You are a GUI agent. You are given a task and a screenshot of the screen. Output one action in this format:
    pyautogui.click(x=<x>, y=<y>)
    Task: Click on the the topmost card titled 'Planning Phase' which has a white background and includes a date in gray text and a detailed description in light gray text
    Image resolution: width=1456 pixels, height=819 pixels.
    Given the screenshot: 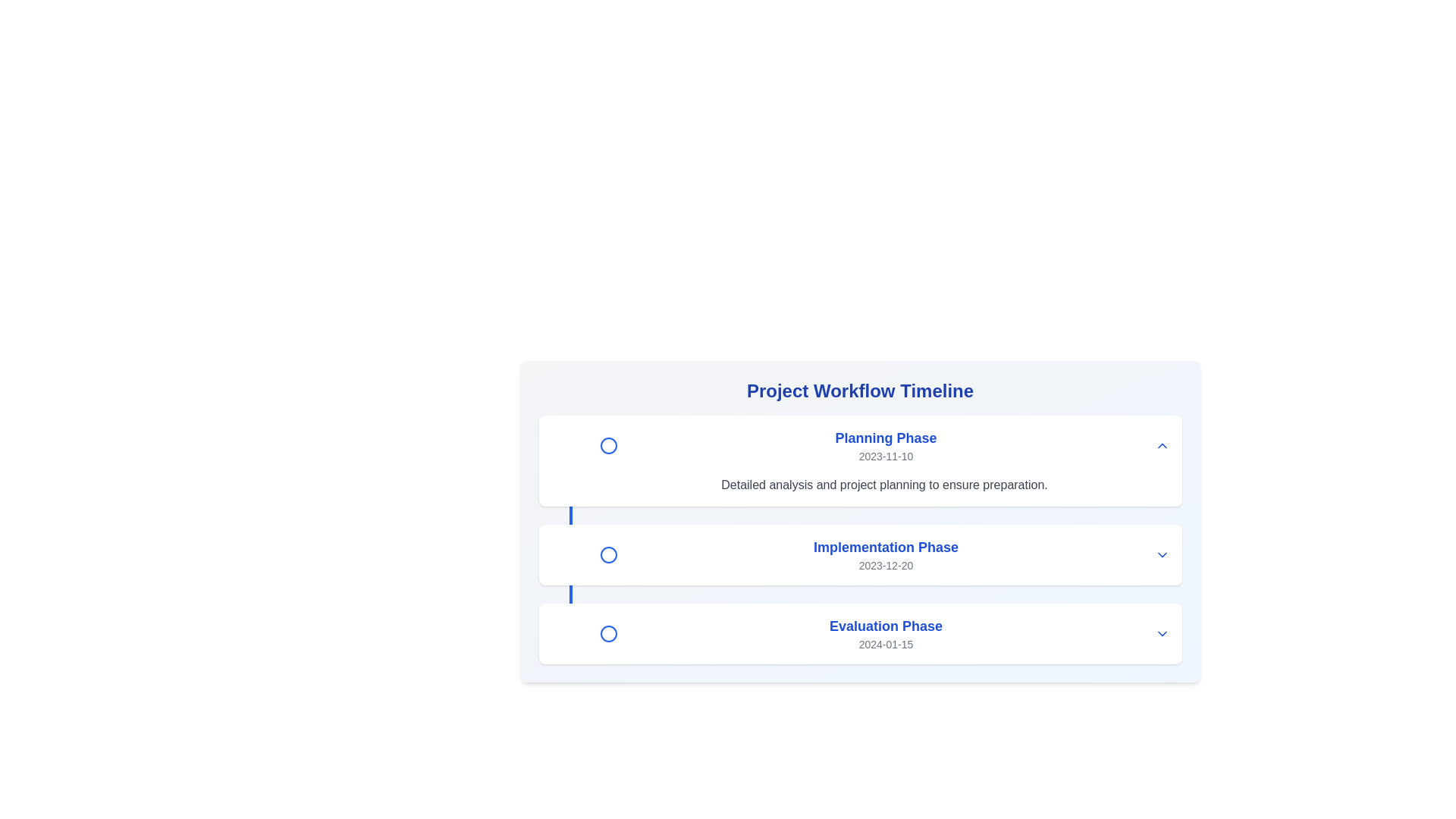 What is the action you would take?
    pyautogui.click(x=860, y=460)
    